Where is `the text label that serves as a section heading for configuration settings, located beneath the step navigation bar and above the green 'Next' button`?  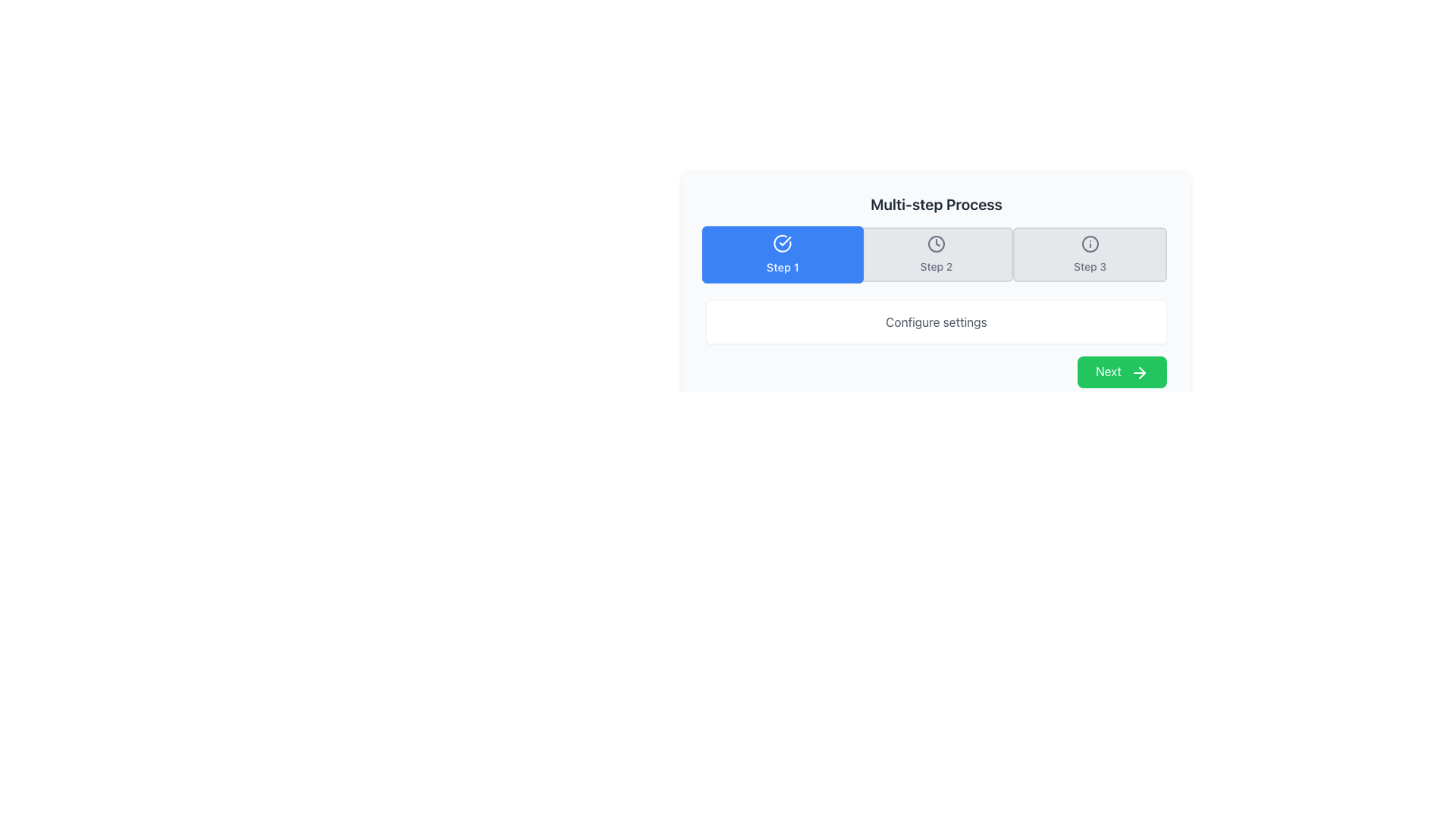 the text label that serves as a section heading for configuration settings, located beneath the step navigation bar and above the green 'Next' button is located at coordinates (935, 321).